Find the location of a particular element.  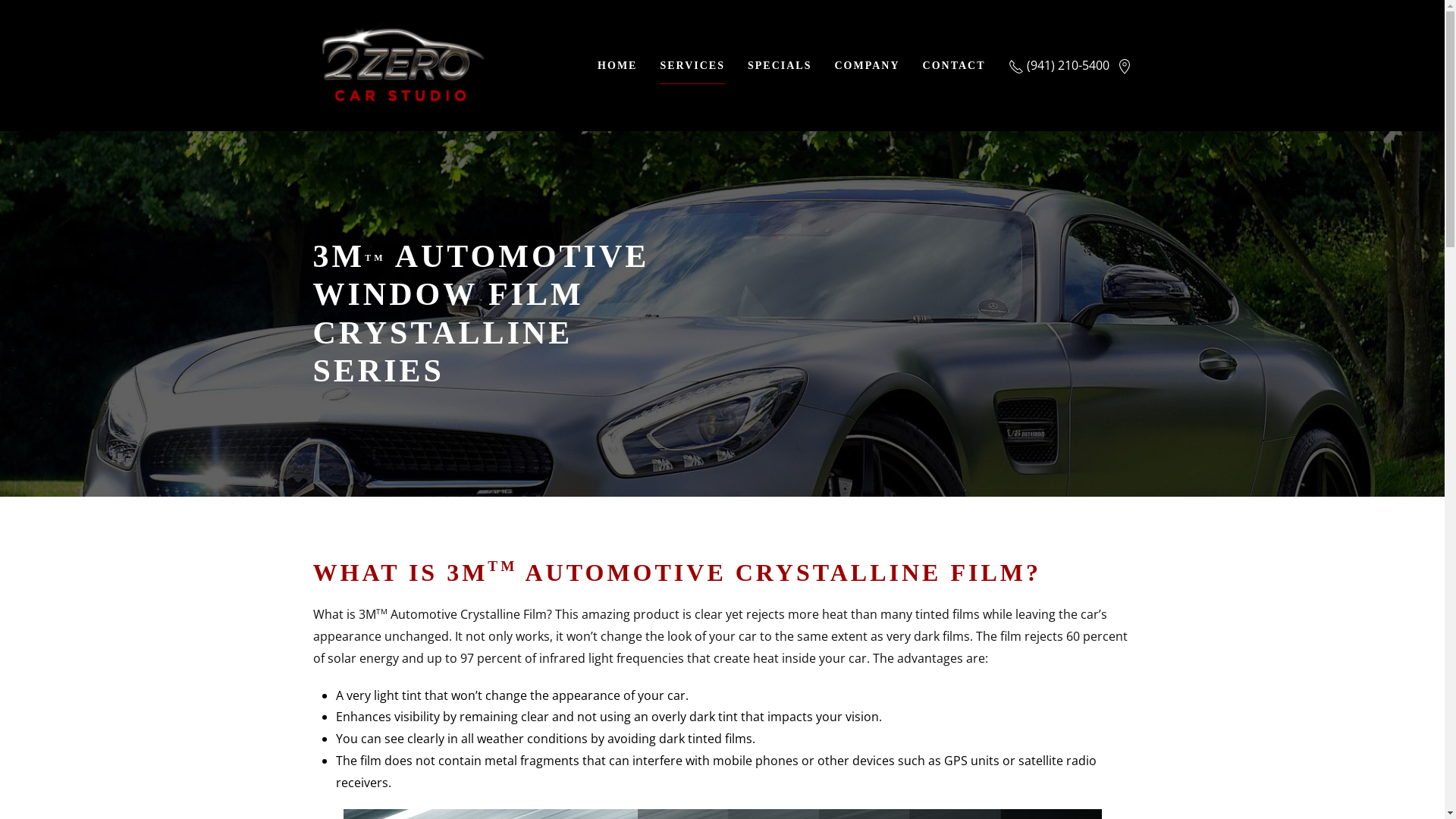

'SPECIALS' is located at coordinates (779, 64).